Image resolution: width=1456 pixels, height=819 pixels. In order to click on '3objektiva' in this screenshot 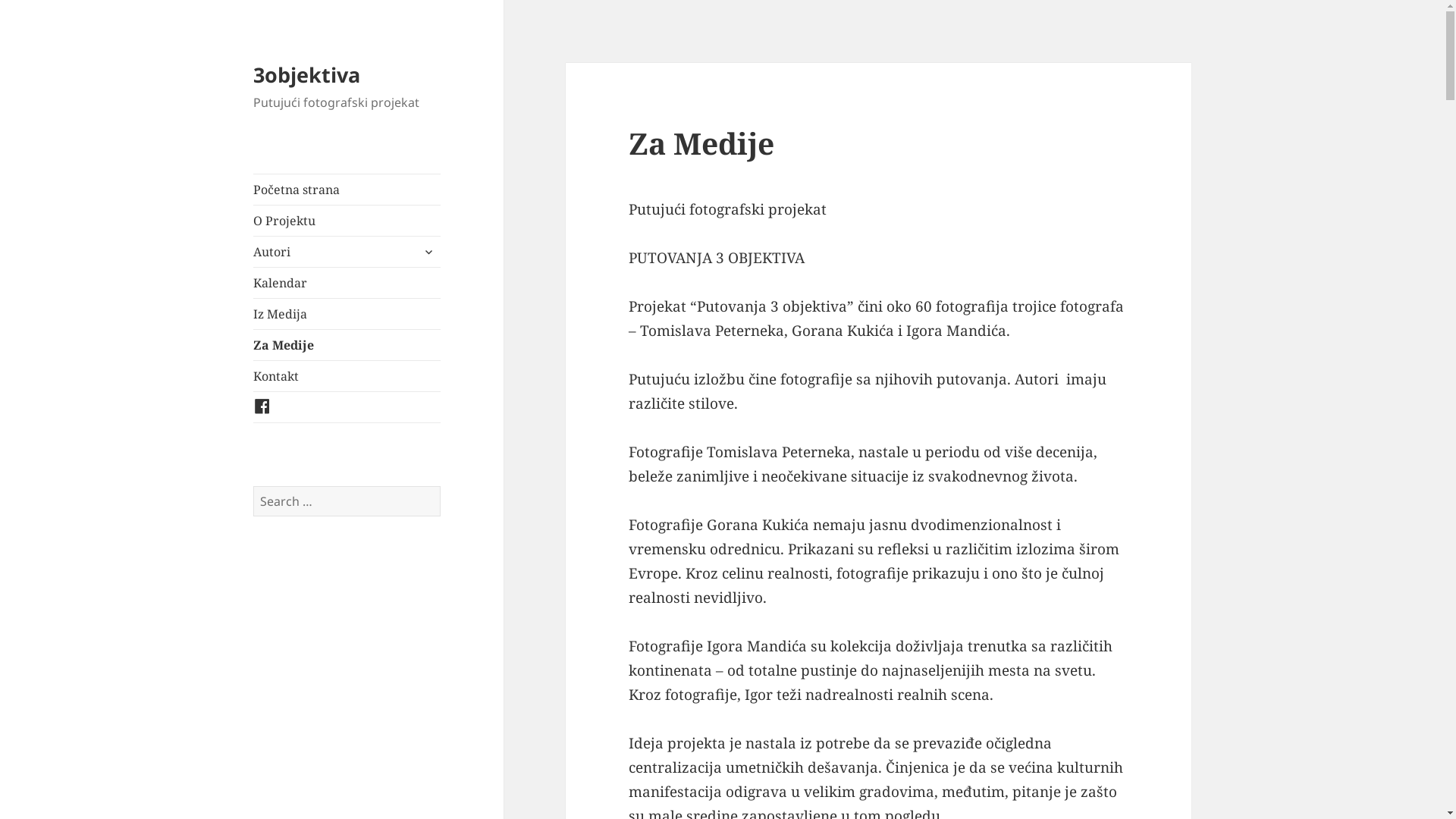, I will do `click(306, 74)`.